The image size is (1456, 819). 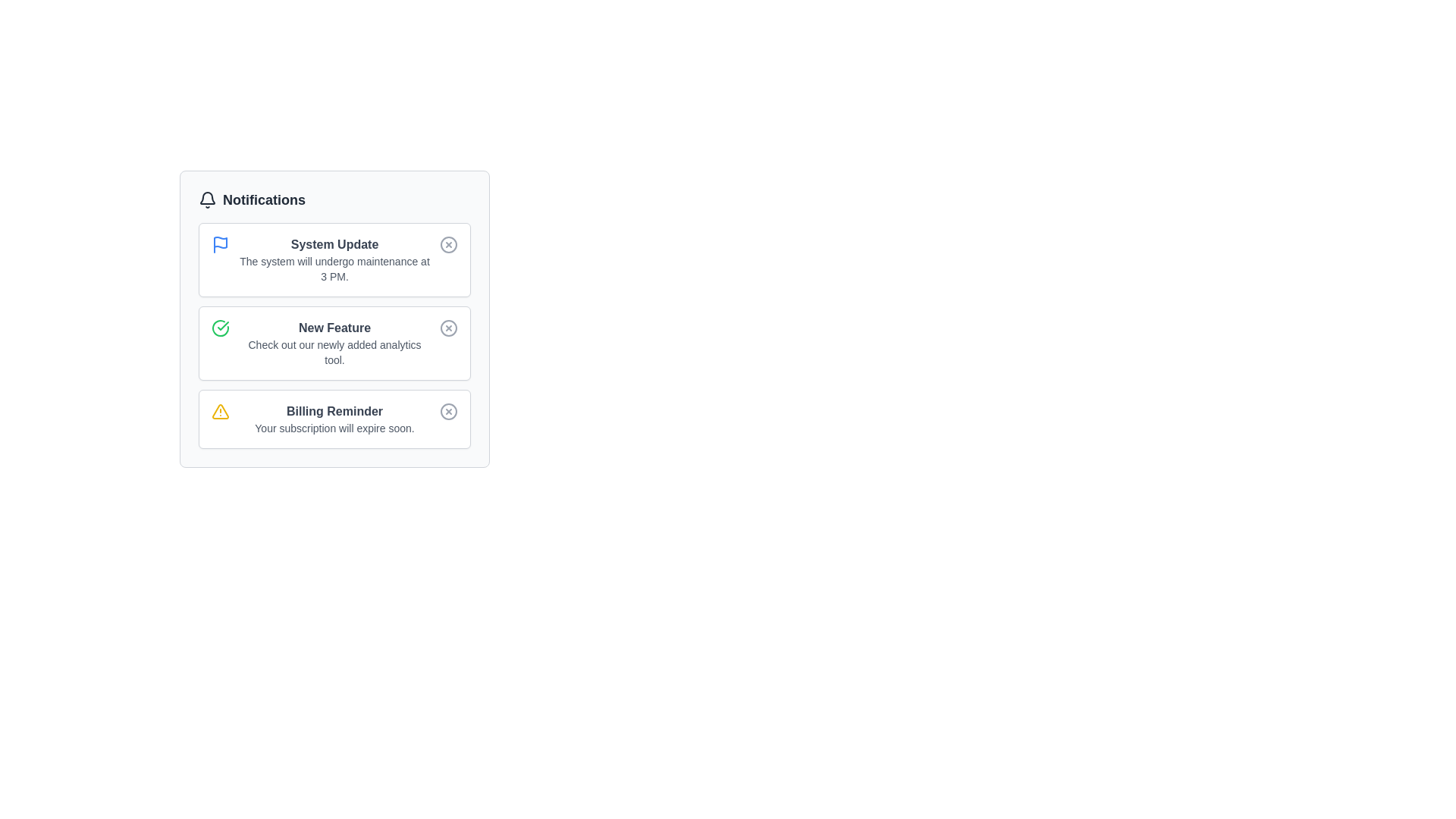 What do you see at coordinates (447, 244) in the screenshot?
I see `the close button located in the top right corner of the 'System Update' notification to change its appearance` at bounding box center [447, 244].